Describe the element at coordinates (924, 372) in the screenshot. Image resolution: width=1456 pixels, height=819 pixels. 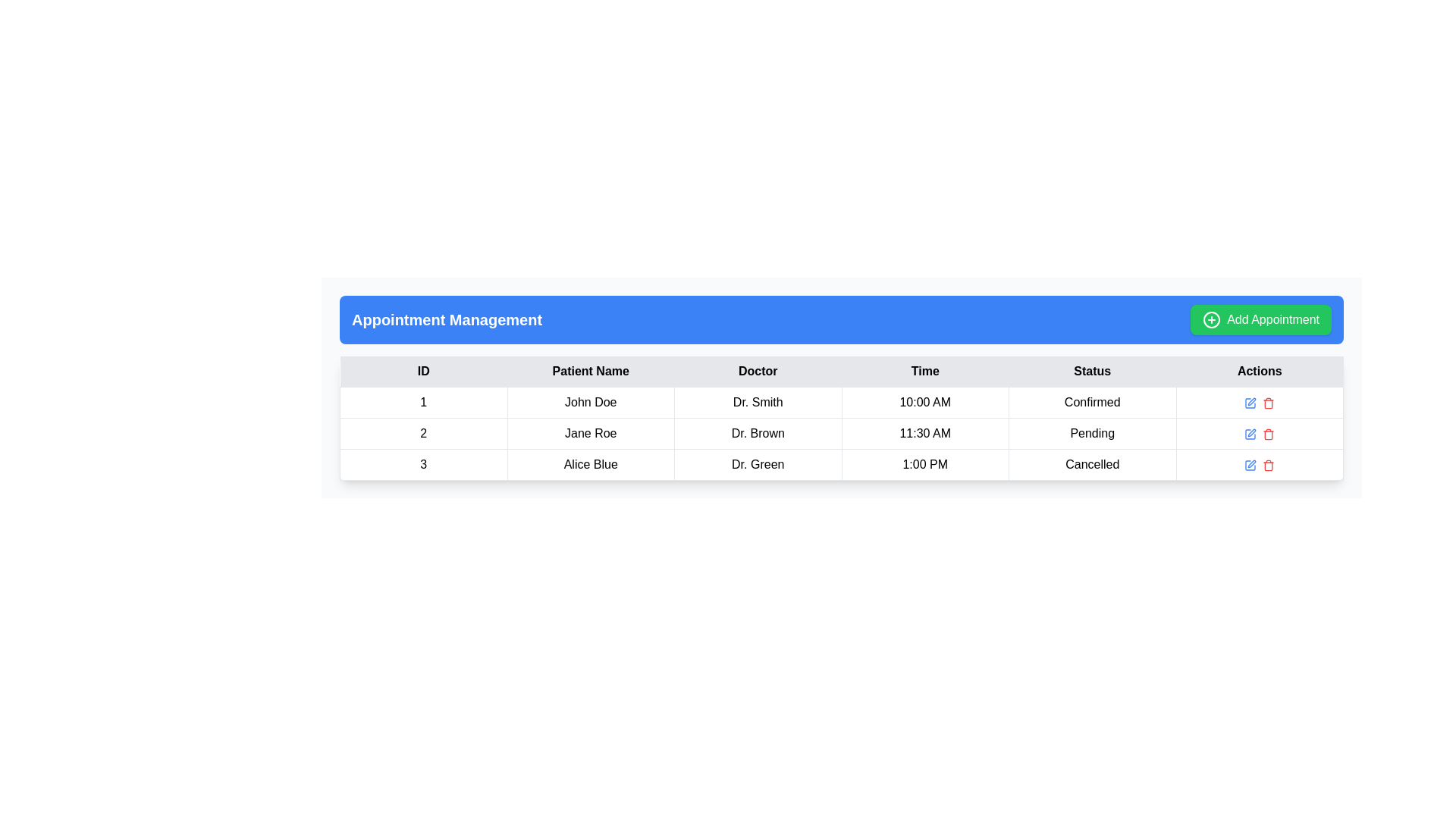
I see `the 'Time' column label in the table header, which is located in the fourth column after 'ID', 'Patient Name', and 'Doctor'` at that location.